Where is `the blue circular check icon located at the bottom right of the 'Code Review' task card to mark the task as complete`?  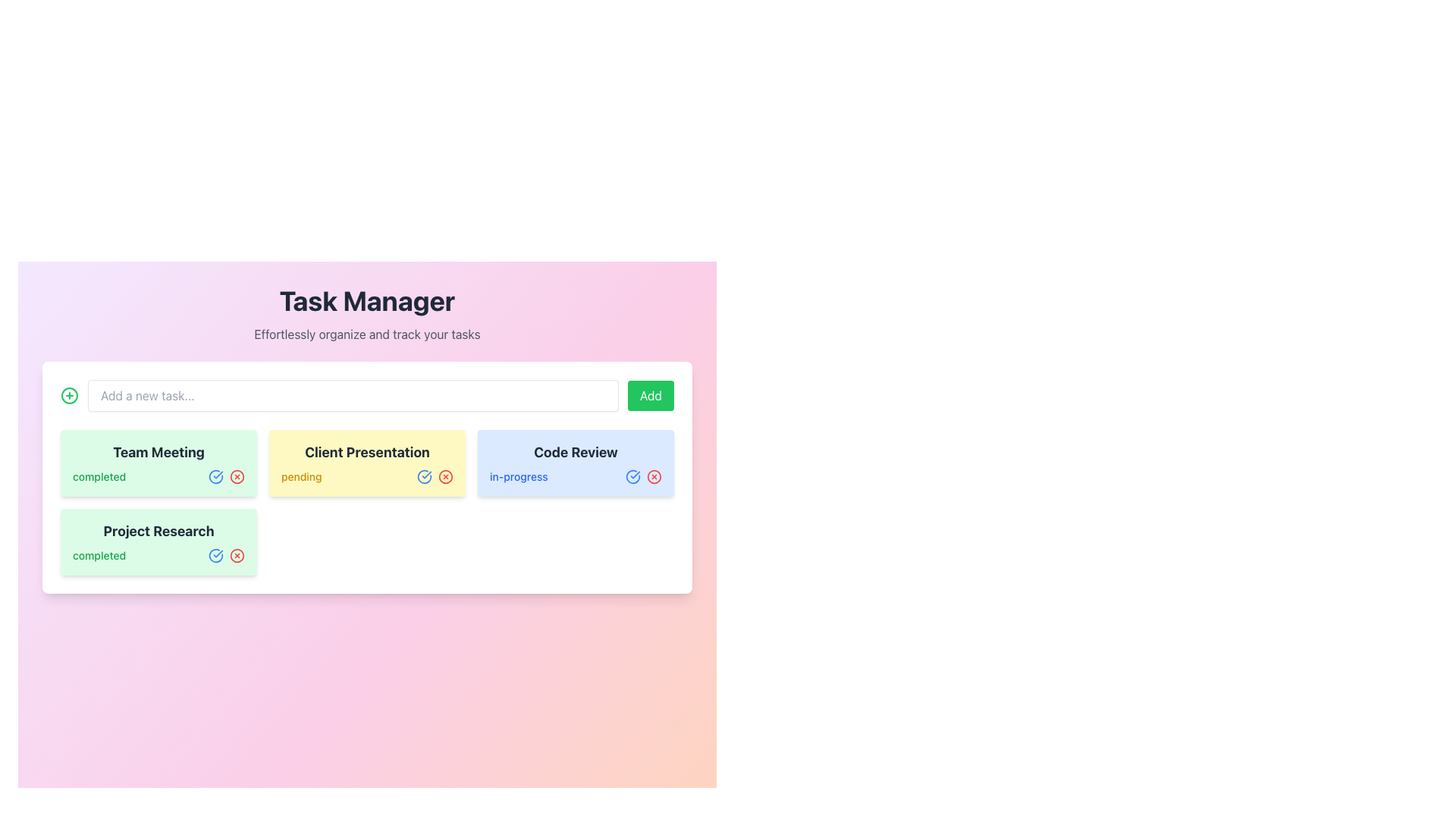
the blue circular check icon located at the bottom right of the 'Code Review' task card to mark the task as complete is located at coordinates (575, 462).